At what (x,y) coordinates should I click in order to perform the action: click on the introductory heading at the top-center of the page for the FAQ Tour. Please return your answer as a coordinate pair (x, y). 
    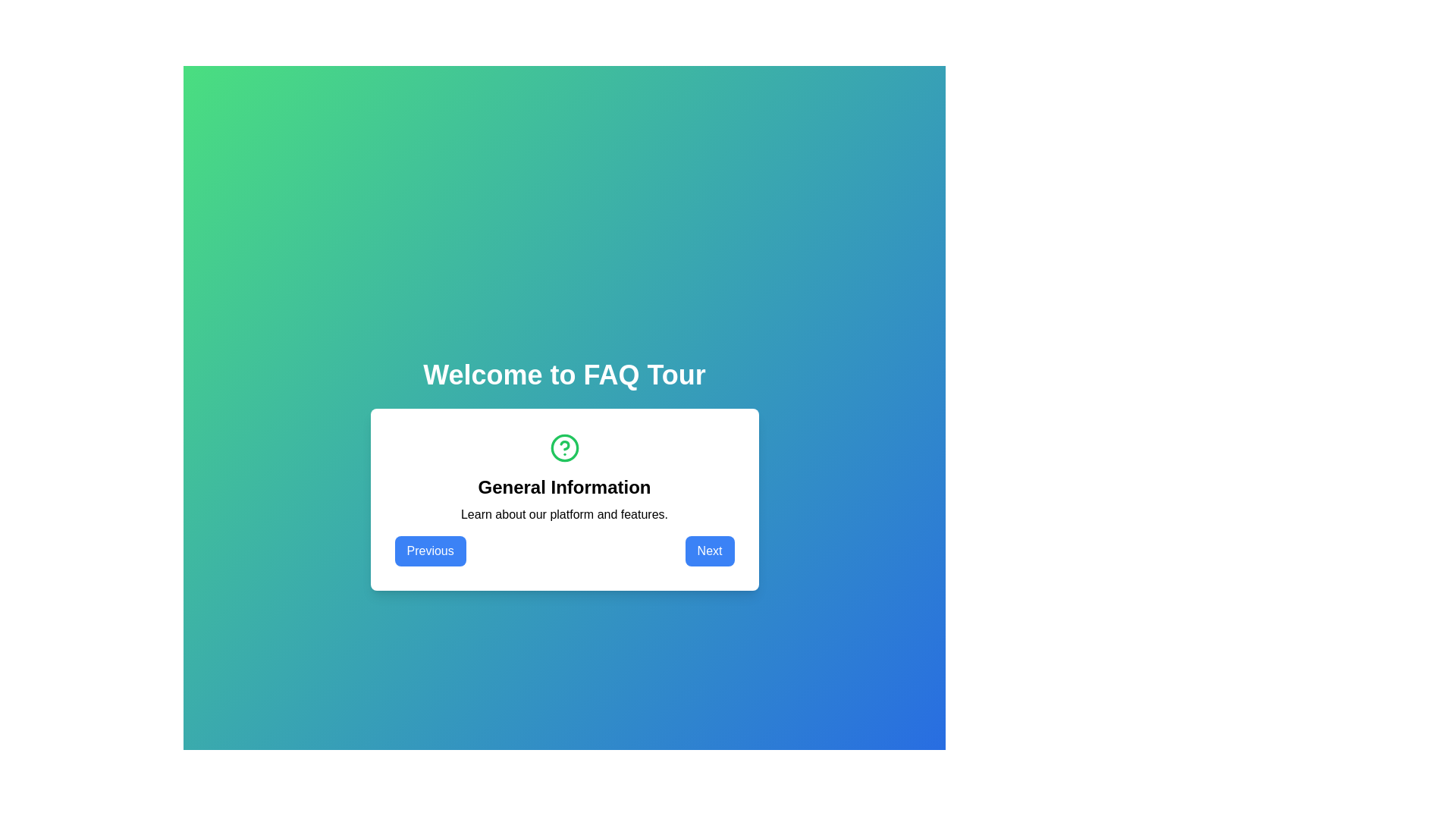
    Looking at the image, I should click on (563, 375).